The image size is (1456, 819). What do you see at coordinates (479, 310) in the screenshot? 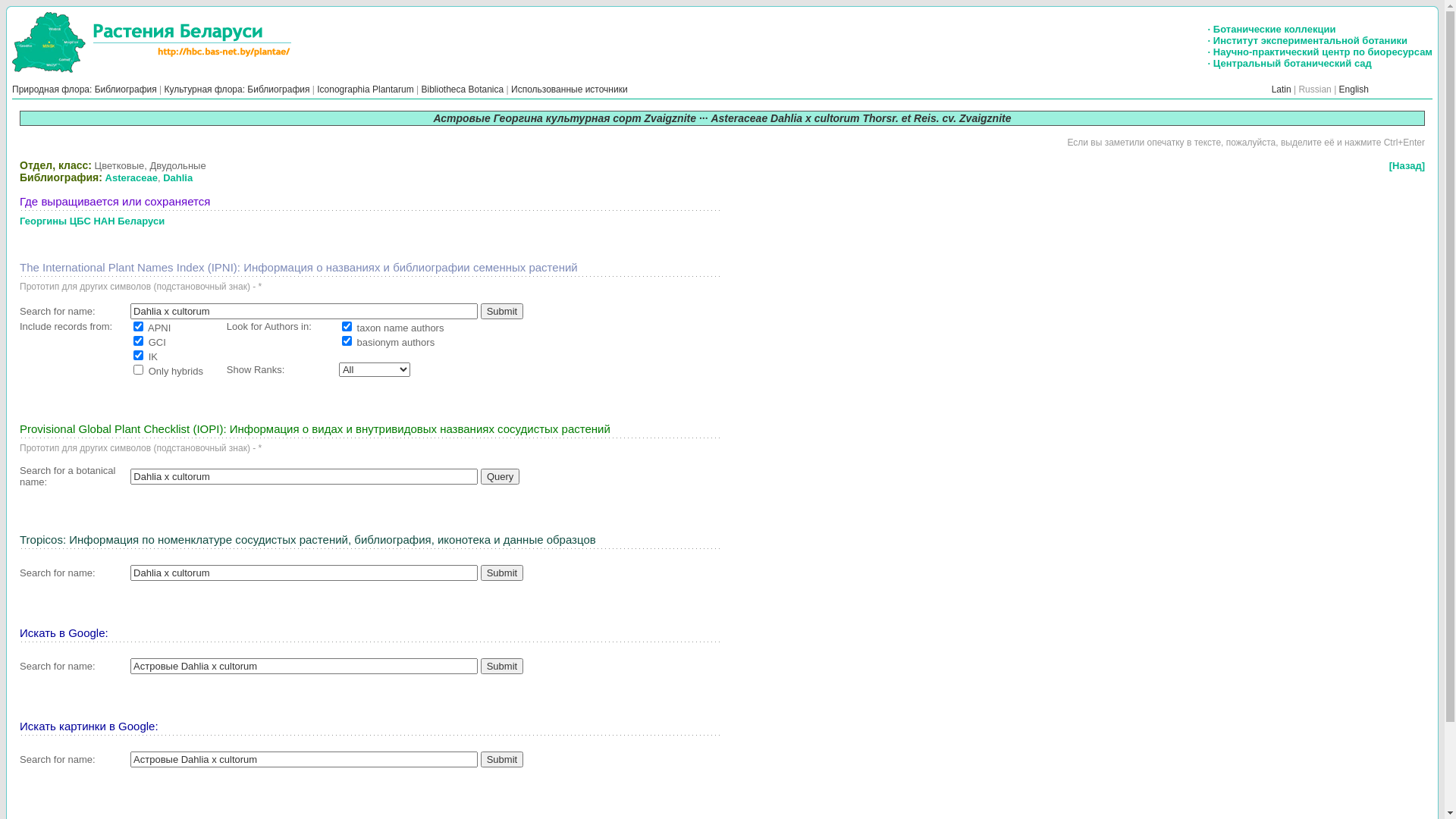
I see `'Submit'` at bounding box center [479, 310].